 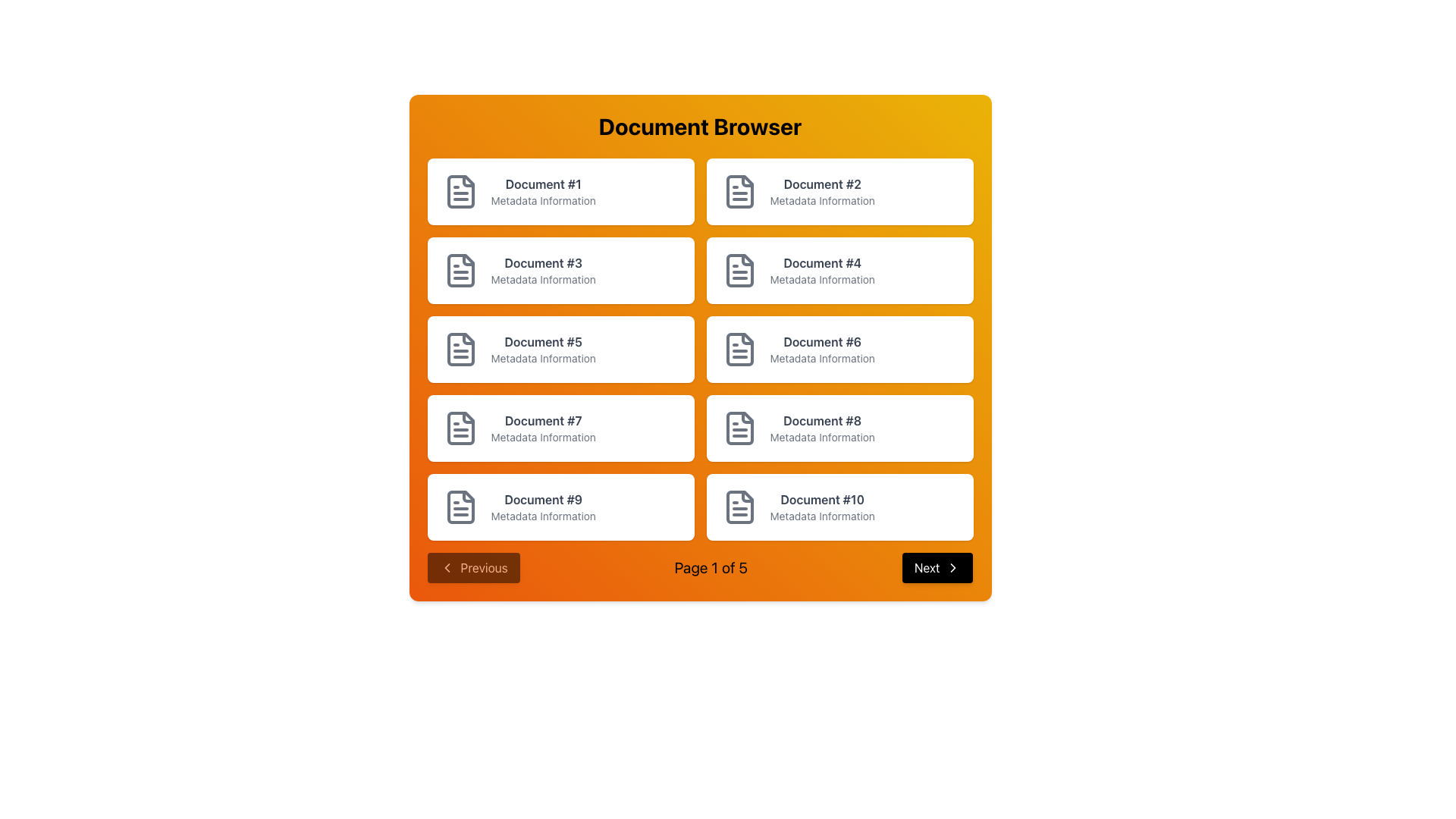 I want to click on the gray document icon with a folded top corner located in the 'Document #3 Metadata Information' box, positioned in the first column of the second row in the grid layout, so click(x=460, y=270).